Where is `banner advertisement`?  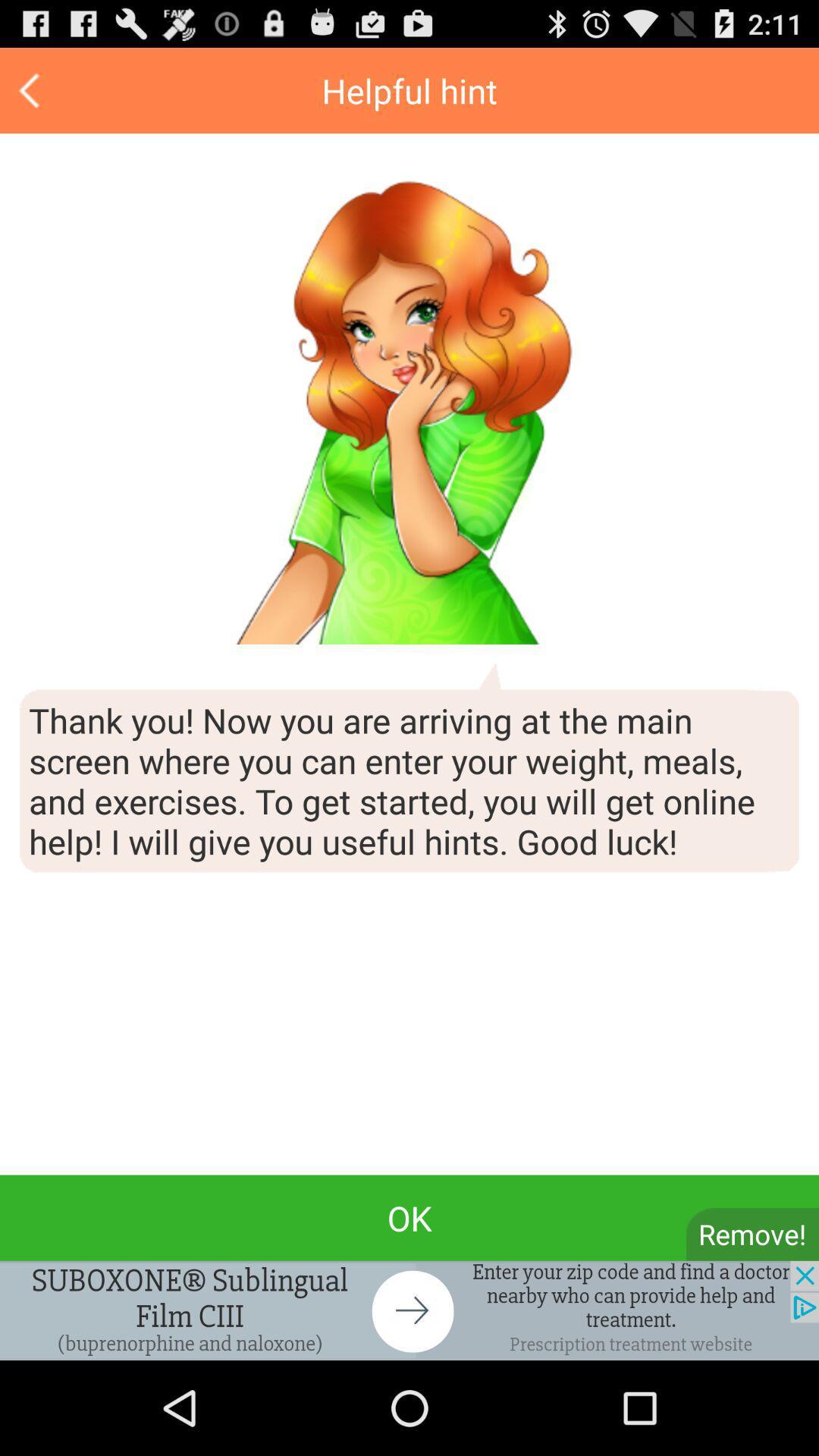
banner advertisement is located at coordinates (409, 1310).